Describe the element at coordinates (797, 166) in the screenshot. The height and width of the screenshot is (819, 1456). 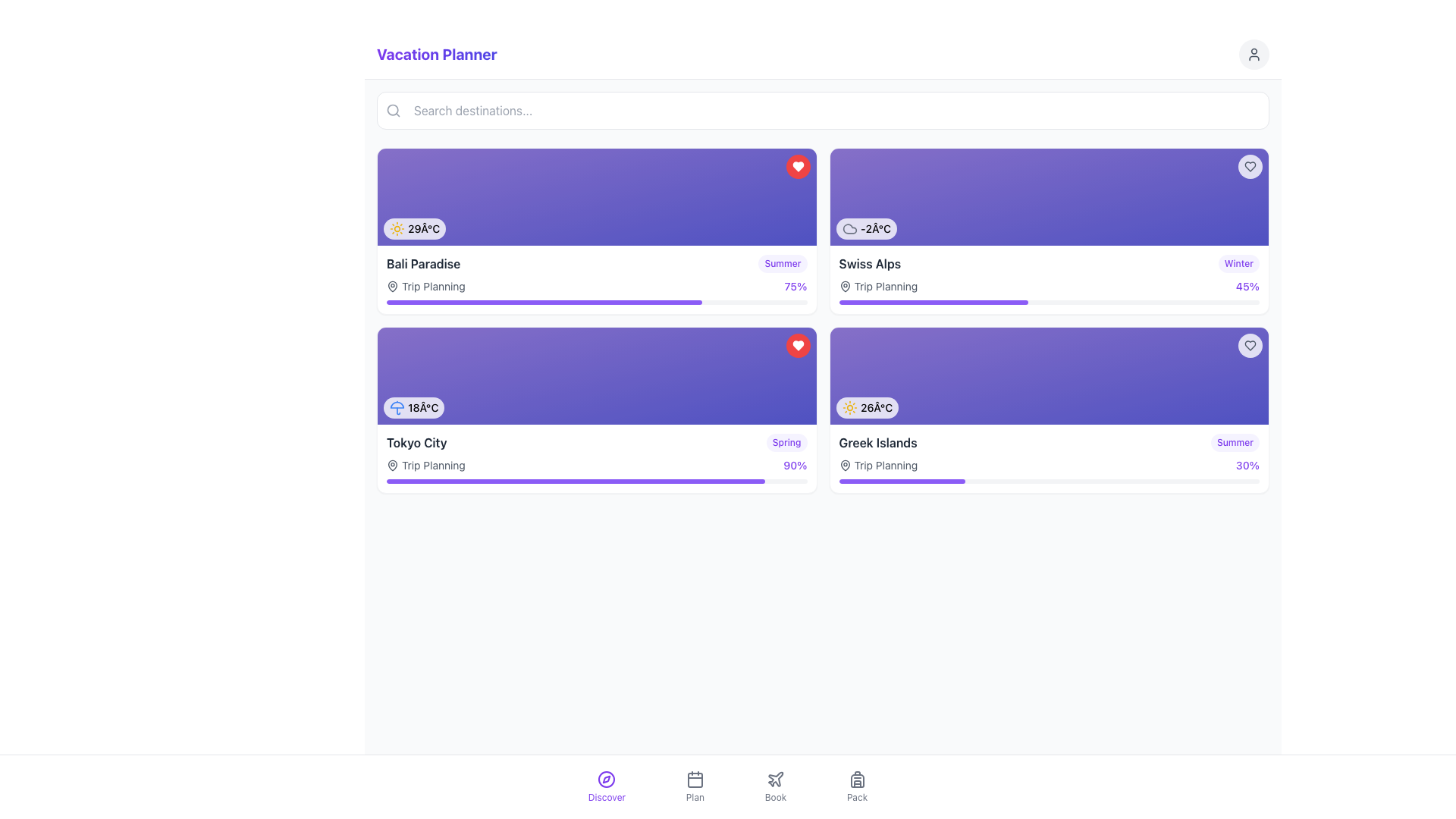
I see `the button-like component that features a heart icon, located in the top-right corner of the 'Bali Paradise' card` at that location.